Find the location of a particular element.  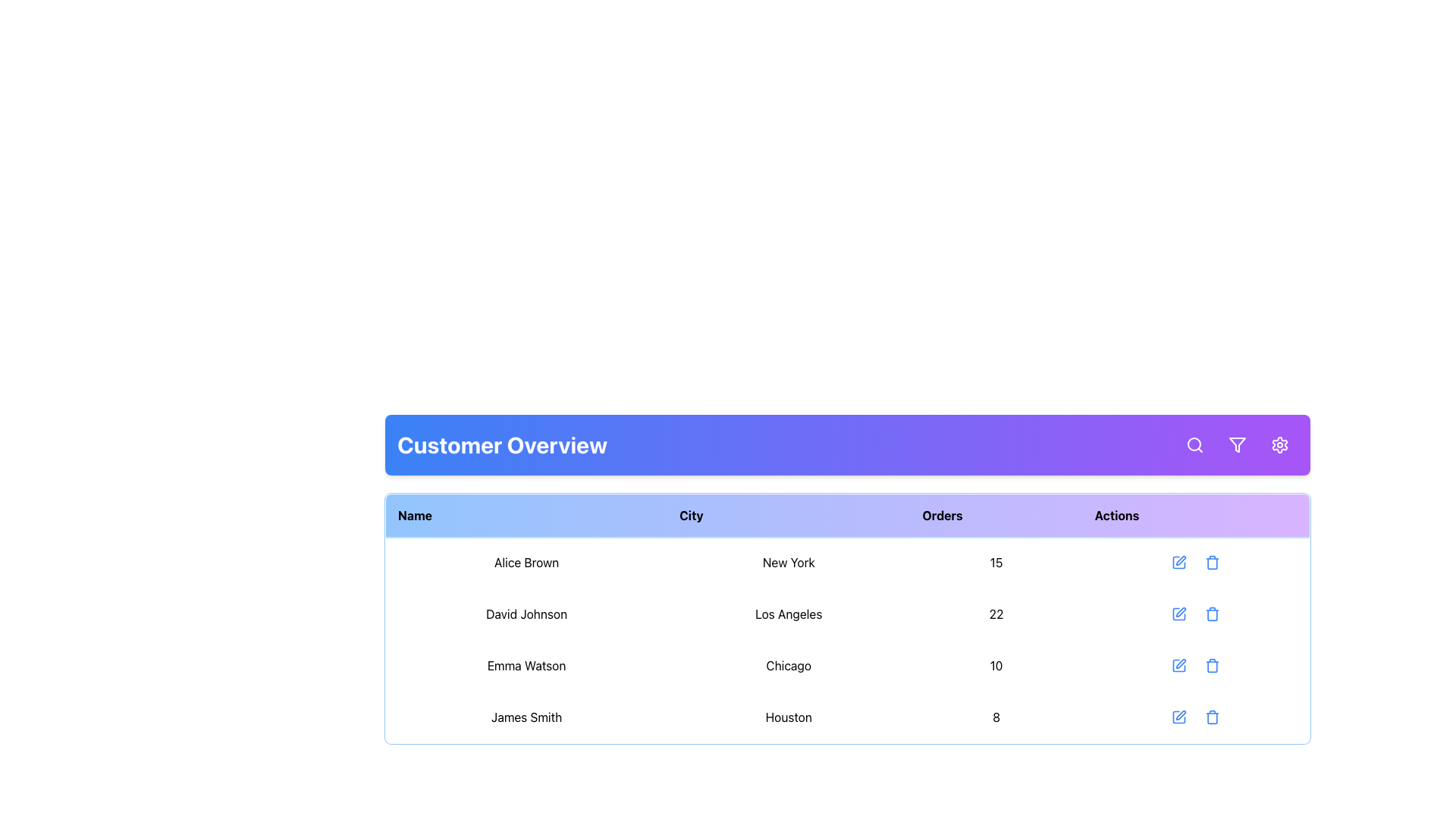

the 'edit' icon located in the first row of the 'Actions' column is located at coordinates (1179, 560).